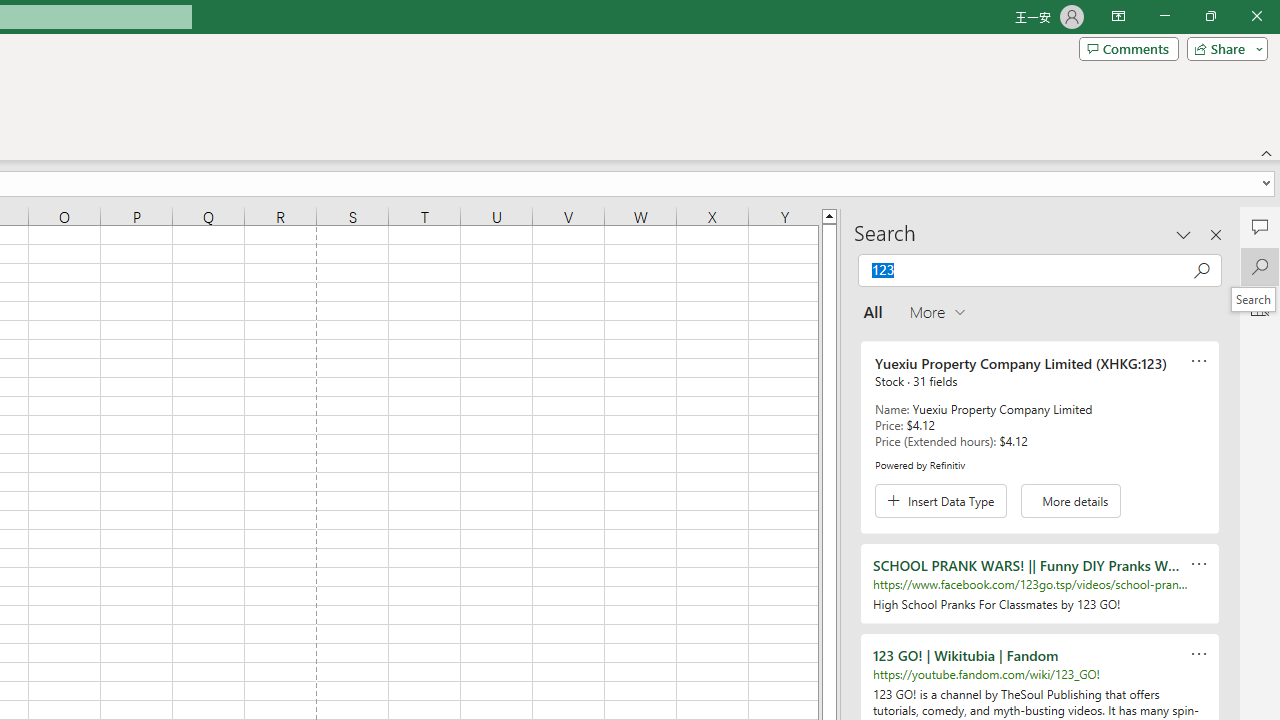 Image resolution: width=1280 pixels, height=720 pixels. I want to click on 'Restore Down', so click(1209, 16).